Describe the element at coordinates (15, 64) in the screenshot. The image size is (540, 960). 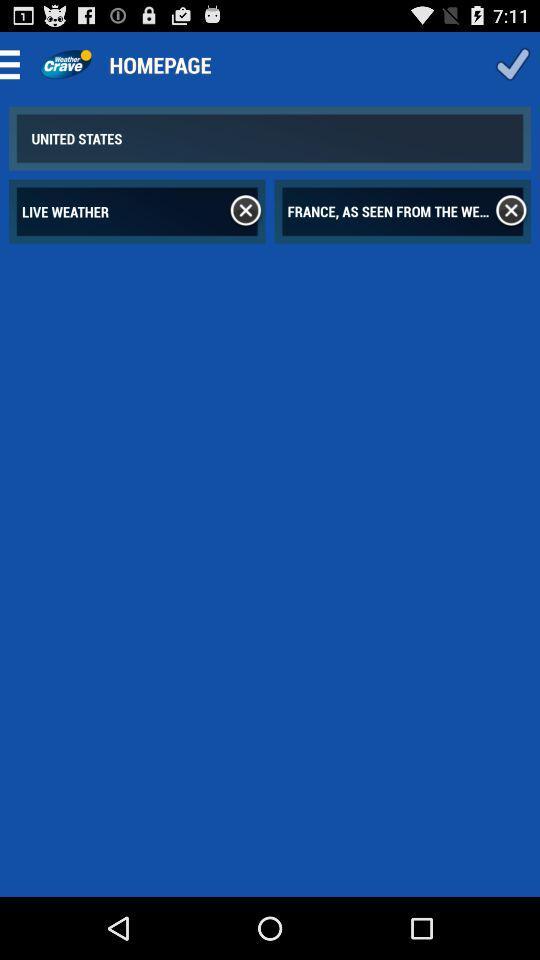
I see `main menu` at that location.